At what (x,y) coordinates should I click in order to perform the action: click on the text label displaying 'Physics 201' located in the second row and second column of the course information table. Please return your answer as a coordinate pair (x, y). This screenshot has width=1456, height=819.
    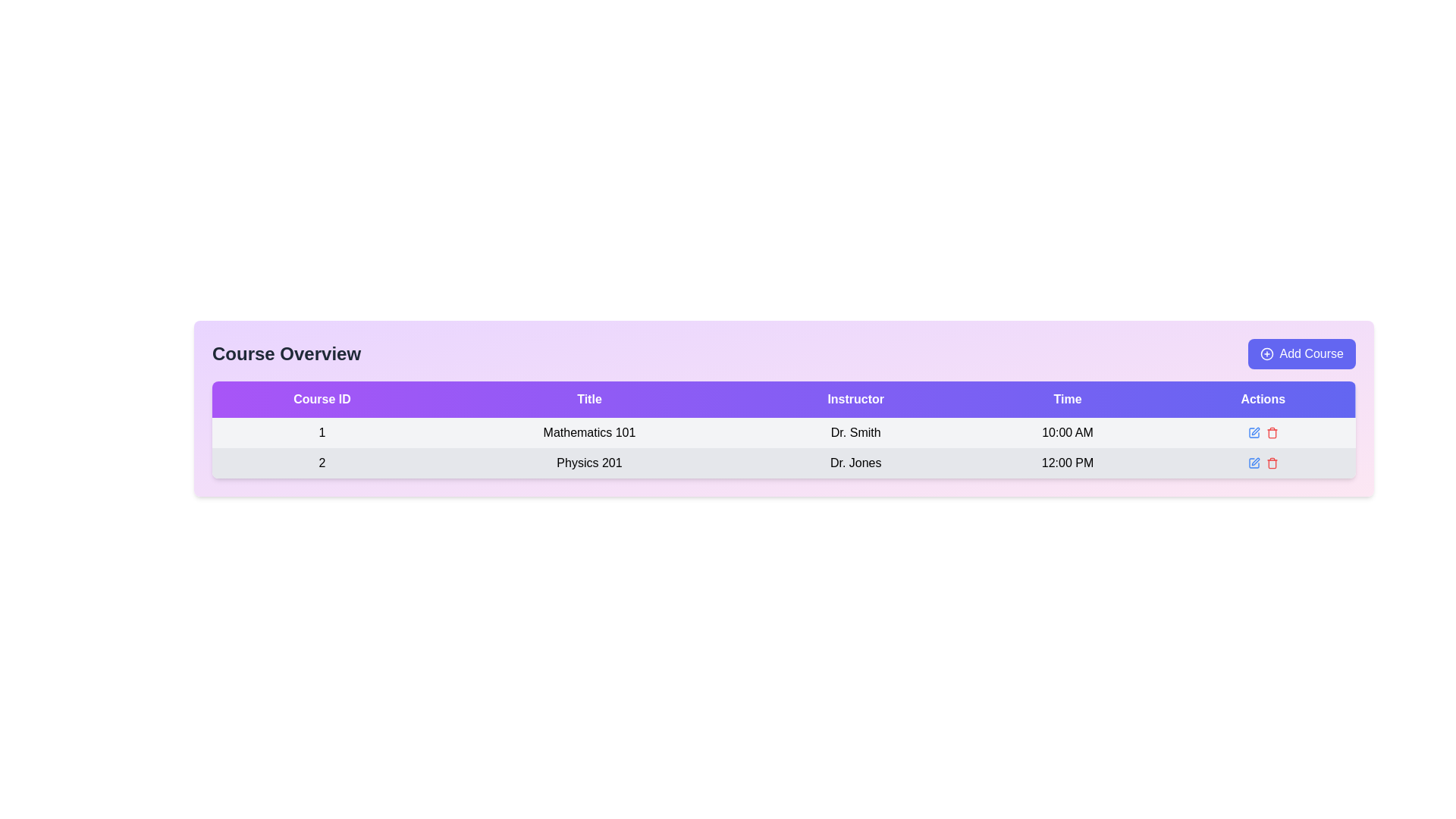
    Looking at the image, I should click on (588, 462).